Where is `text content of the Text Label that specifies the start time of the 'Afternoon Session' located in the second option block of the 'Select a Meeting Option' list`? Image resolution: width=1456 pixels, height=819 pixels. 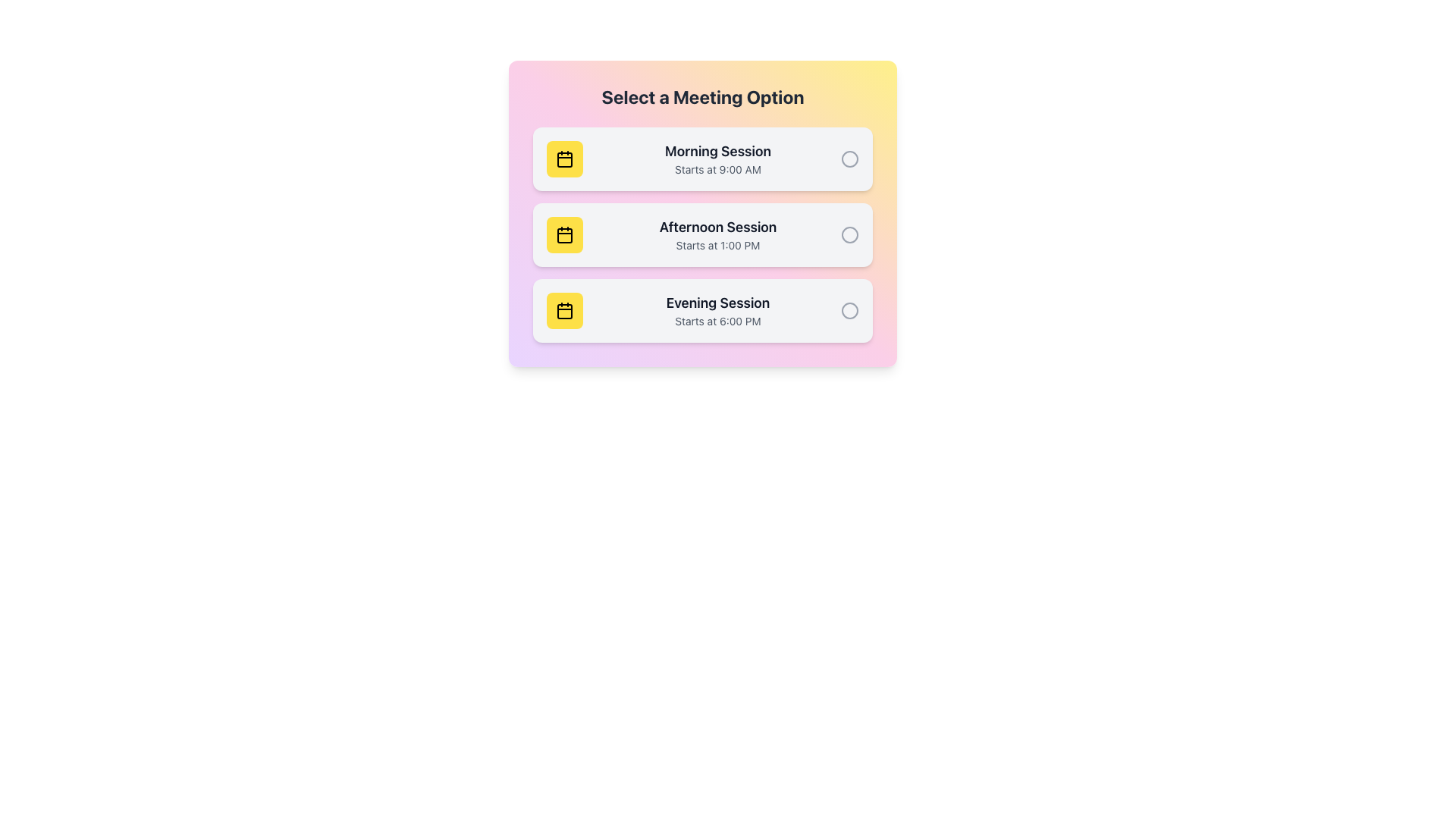
text content of the Text Label that specifies the start time of the 'Afternoon Session' located in the second option block of the 'Select a Meeting Option' list is located at coordinates (717, 245).